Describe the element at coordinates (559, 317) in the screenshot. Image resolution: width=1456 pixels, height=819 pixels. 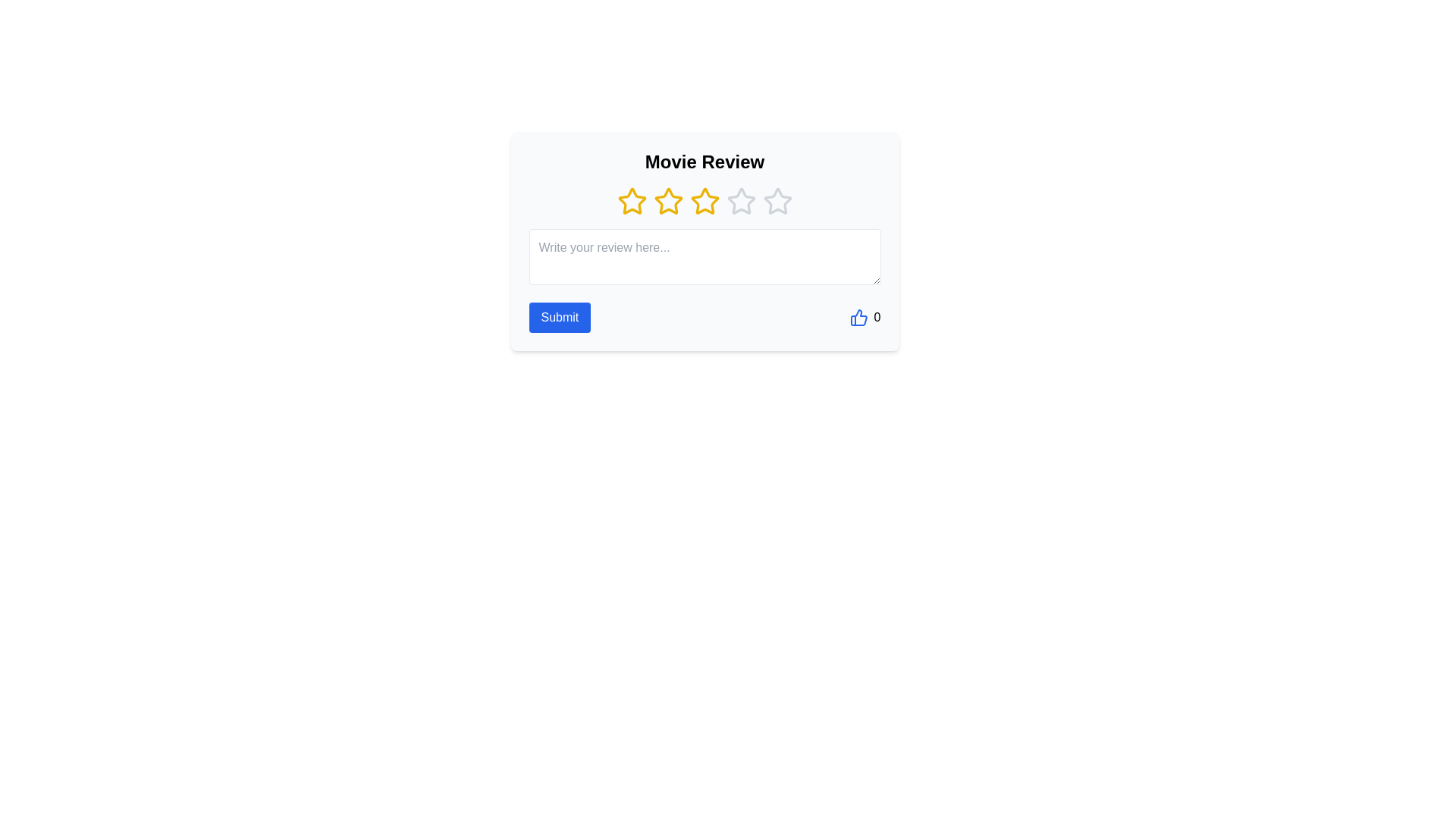
I see `the 'Submit' button to submit the review` at that location.